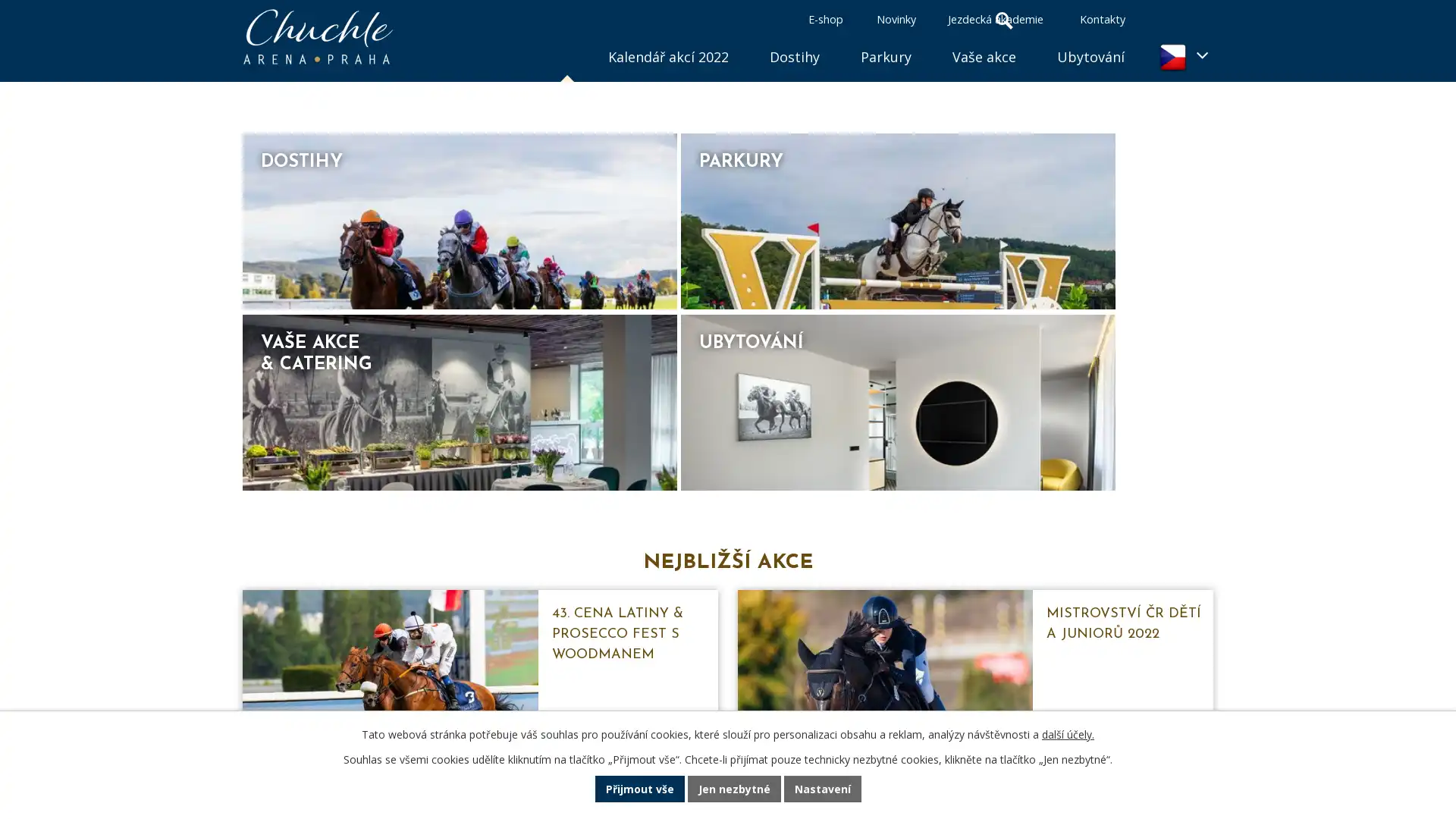 The width and height of the screenshot is (1456, 819). Describe the element at coordinates (1182, 56) in the screenshot. I see `cestina` at that location.